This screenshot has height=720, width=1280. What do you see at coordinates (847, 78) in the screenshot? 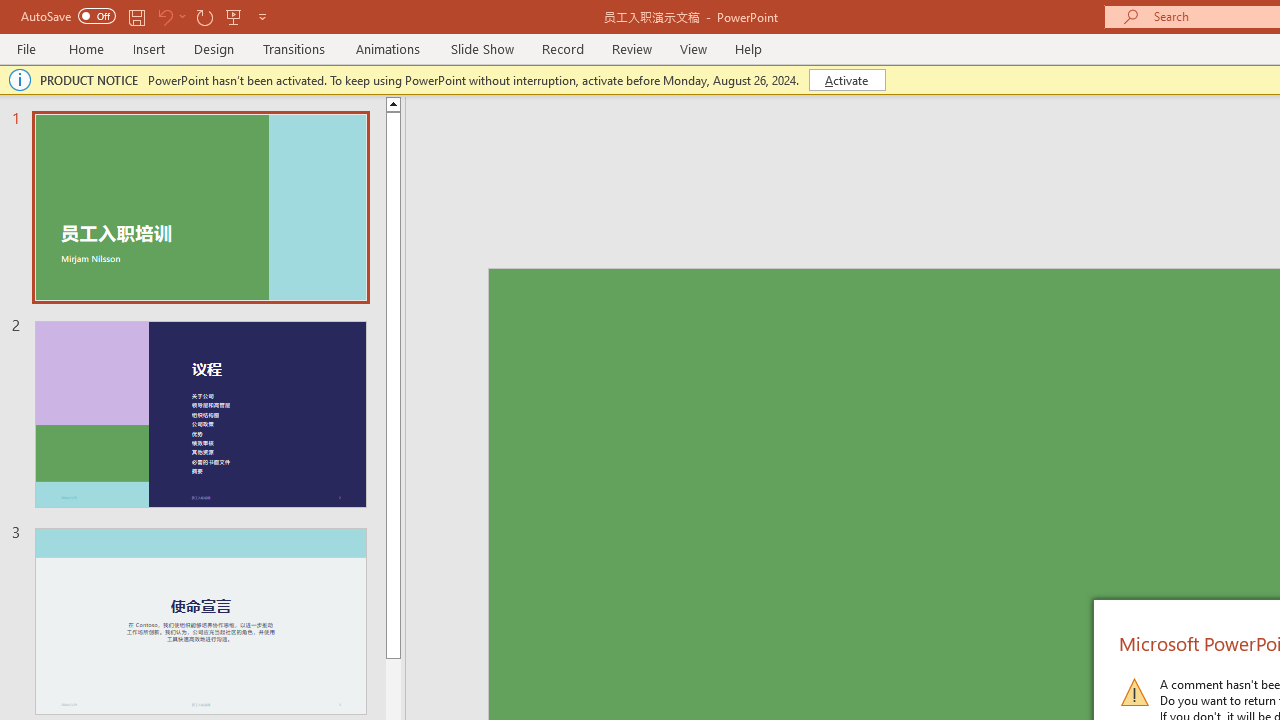
I see `'Activate'` at bounding box center [847, 78].